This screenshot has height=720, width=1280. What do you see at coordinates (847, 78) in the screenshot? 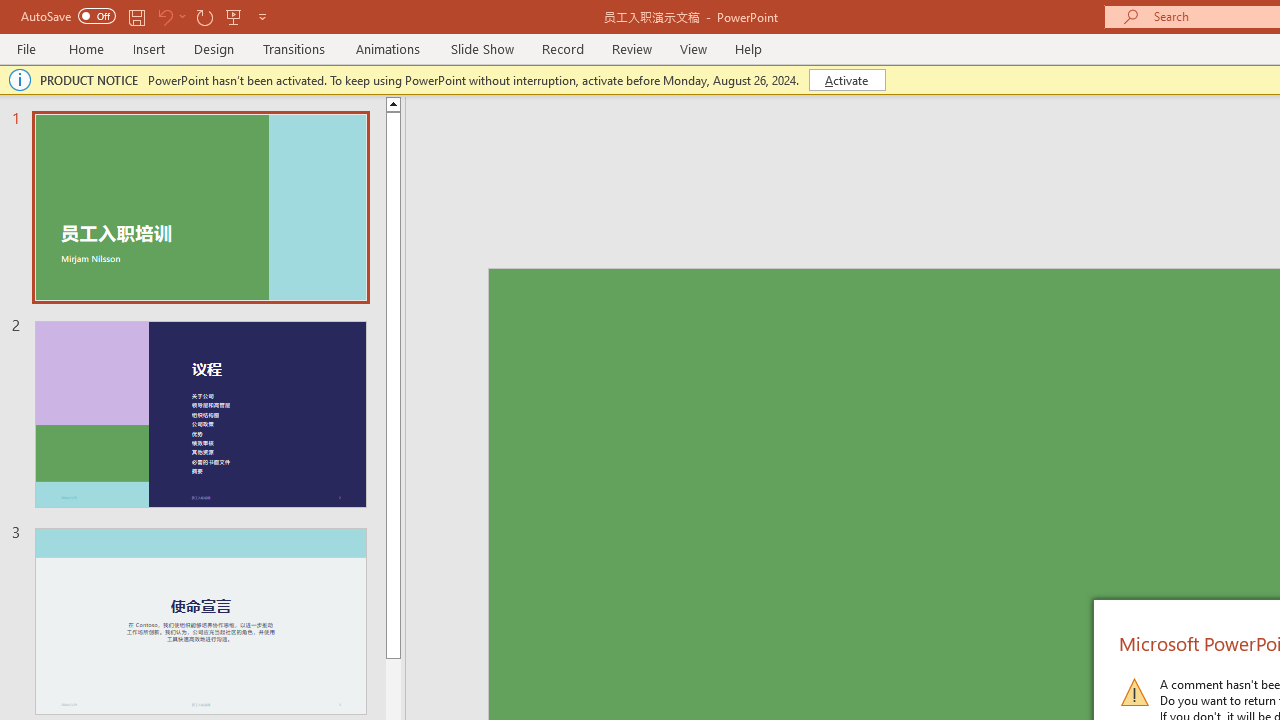
I see `'Activate'` at bounding box center [847, 78].